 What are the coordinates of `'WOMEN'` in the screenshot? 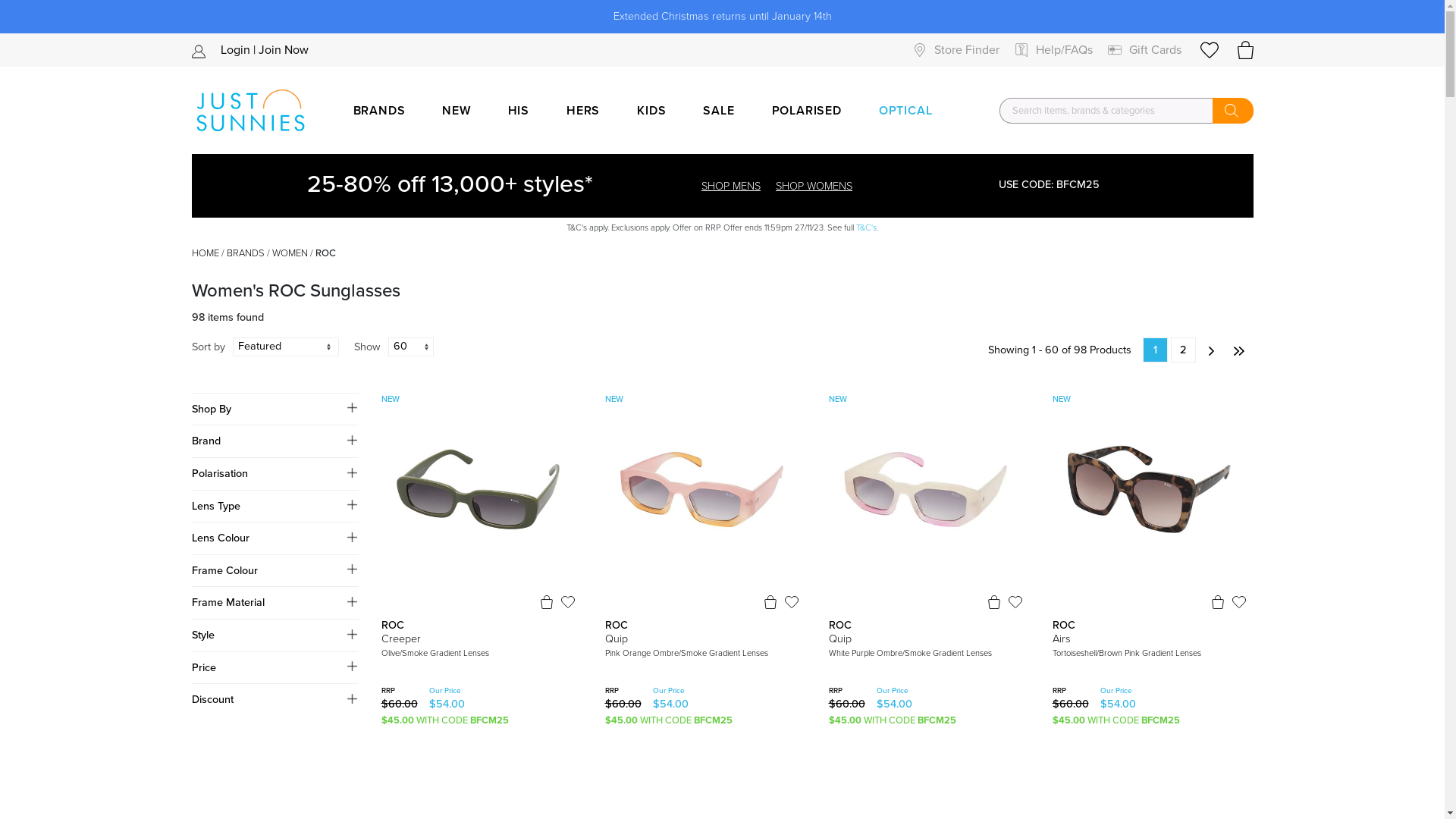 It's located at (289, 252).